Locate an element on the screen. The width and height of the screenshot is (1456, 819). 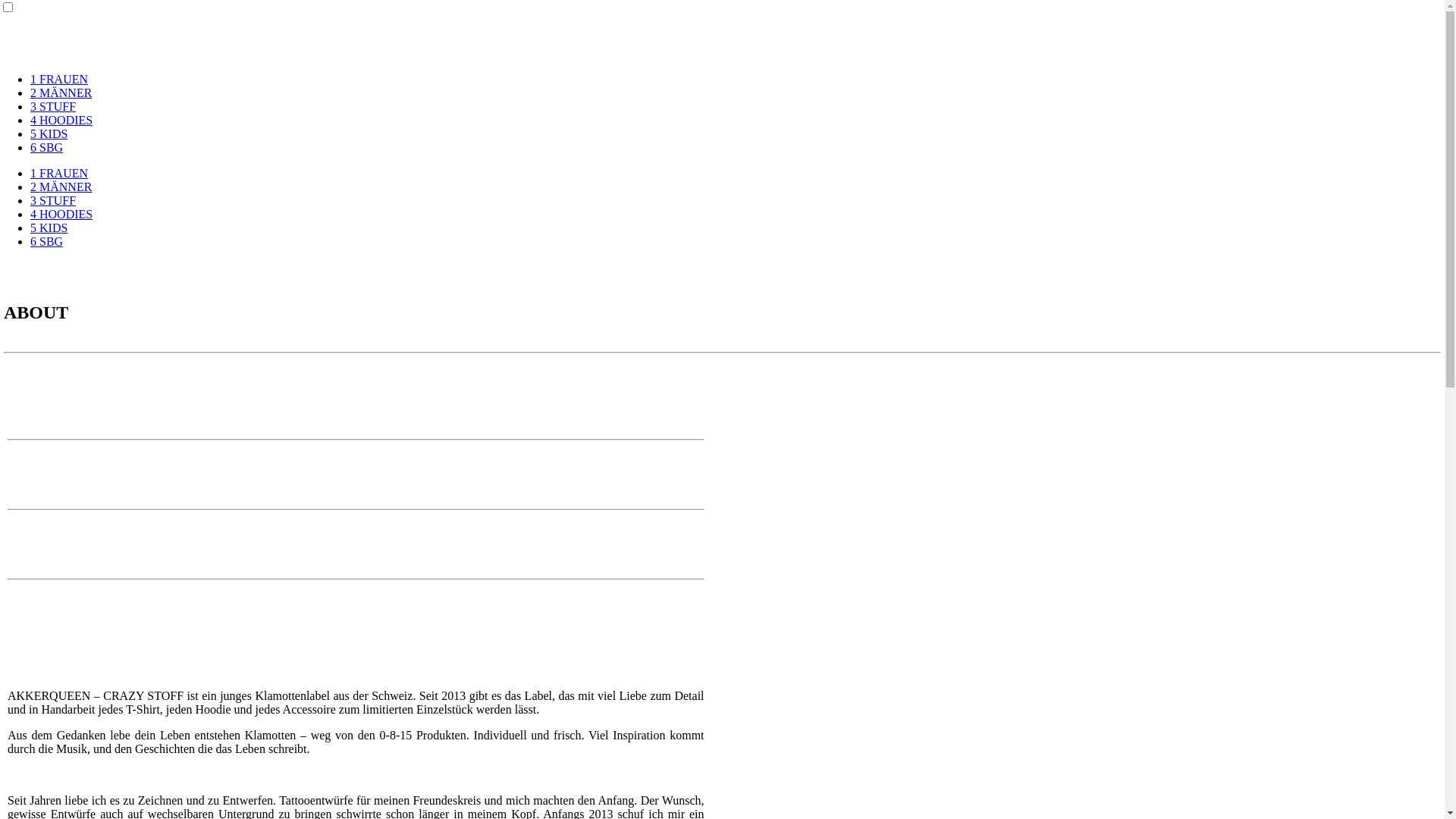
'5 KIDS' is located at coordinates (49, 133).